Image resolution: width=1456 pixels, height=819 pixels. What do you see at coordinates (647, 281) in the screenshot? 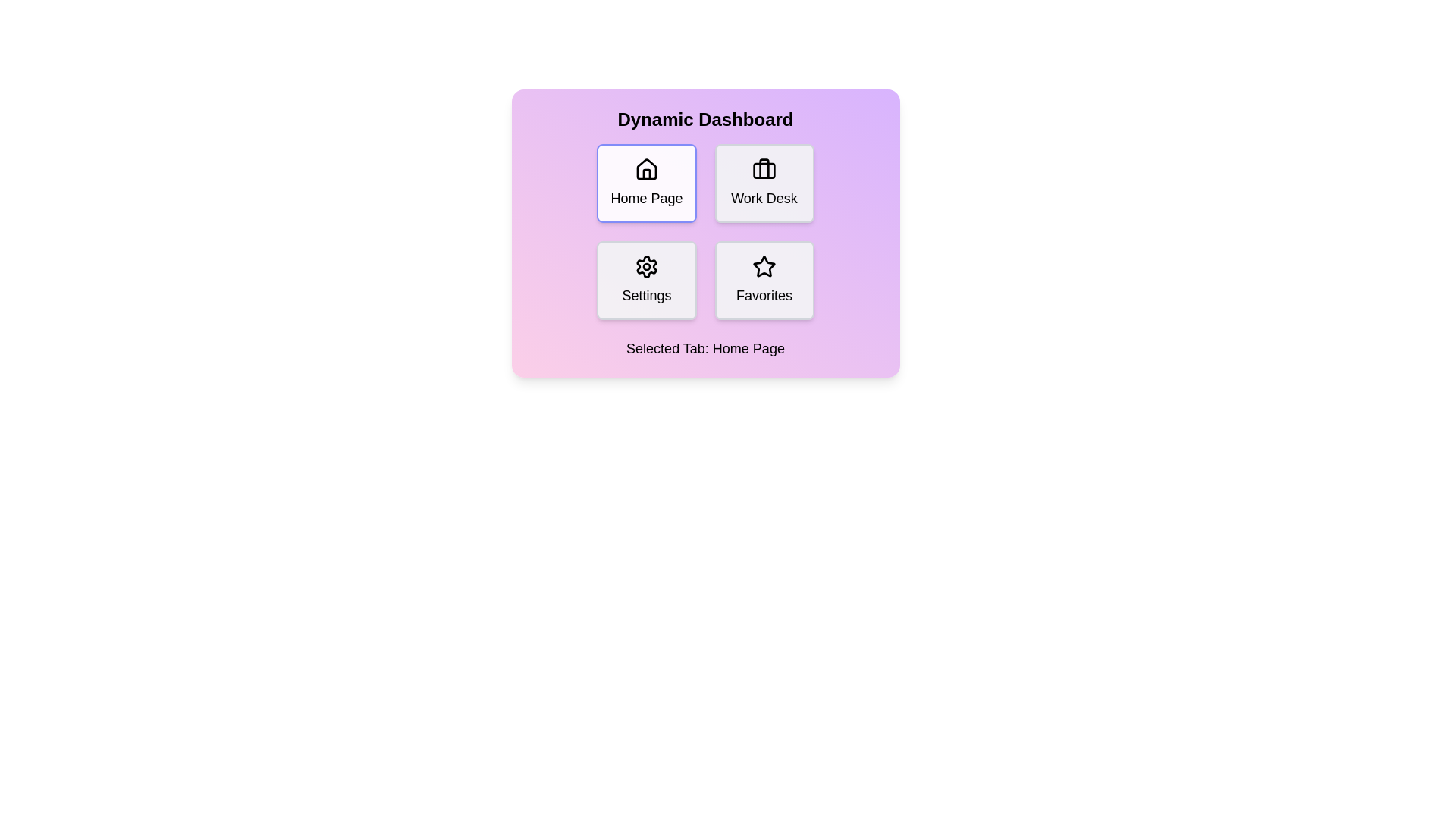
I see `the button labeled Settings to observe the hover effect` at bounding box center [647, 281].